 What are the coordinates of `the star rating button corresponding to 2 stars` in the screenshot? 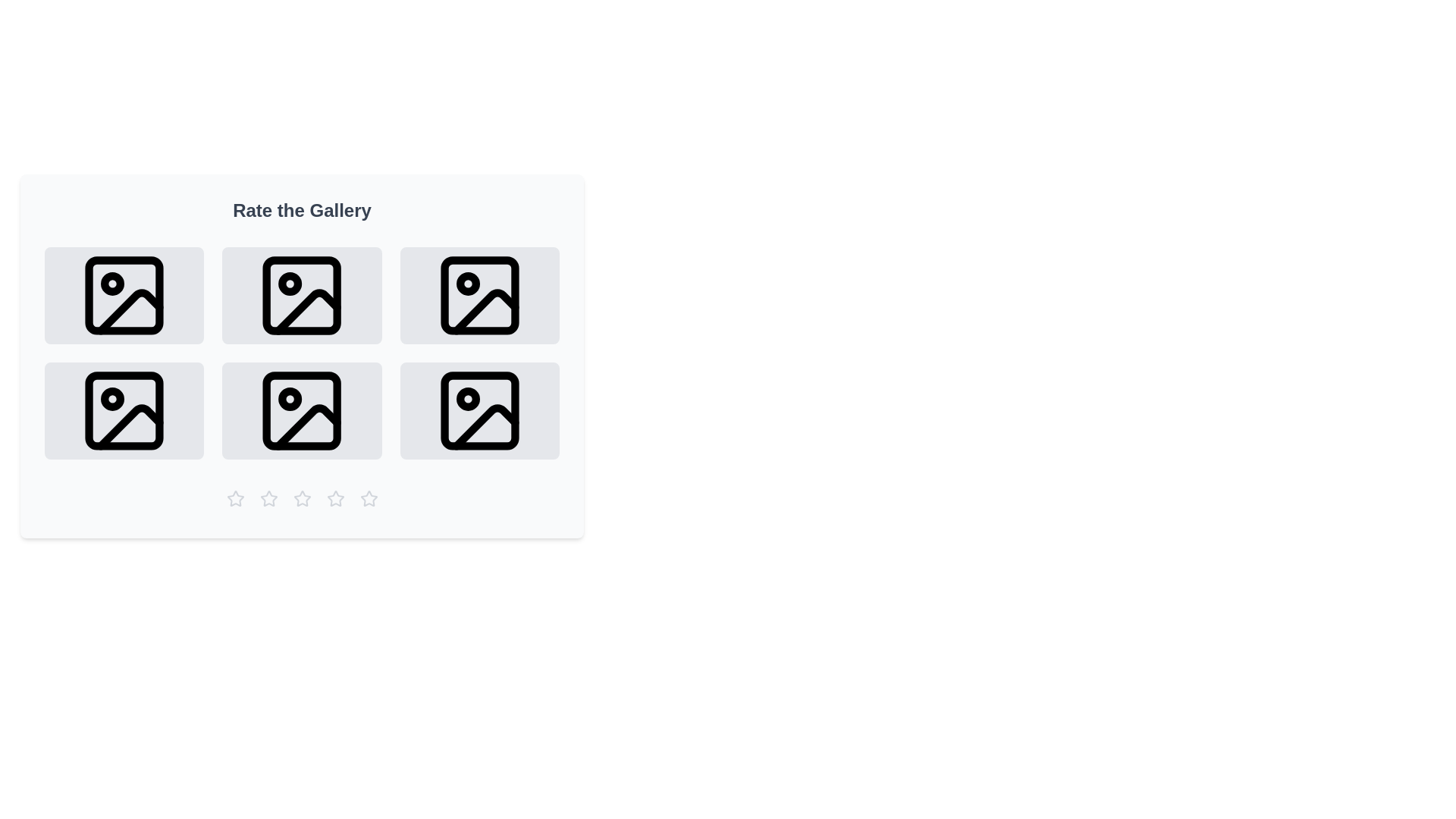 It's located at (268, 499).